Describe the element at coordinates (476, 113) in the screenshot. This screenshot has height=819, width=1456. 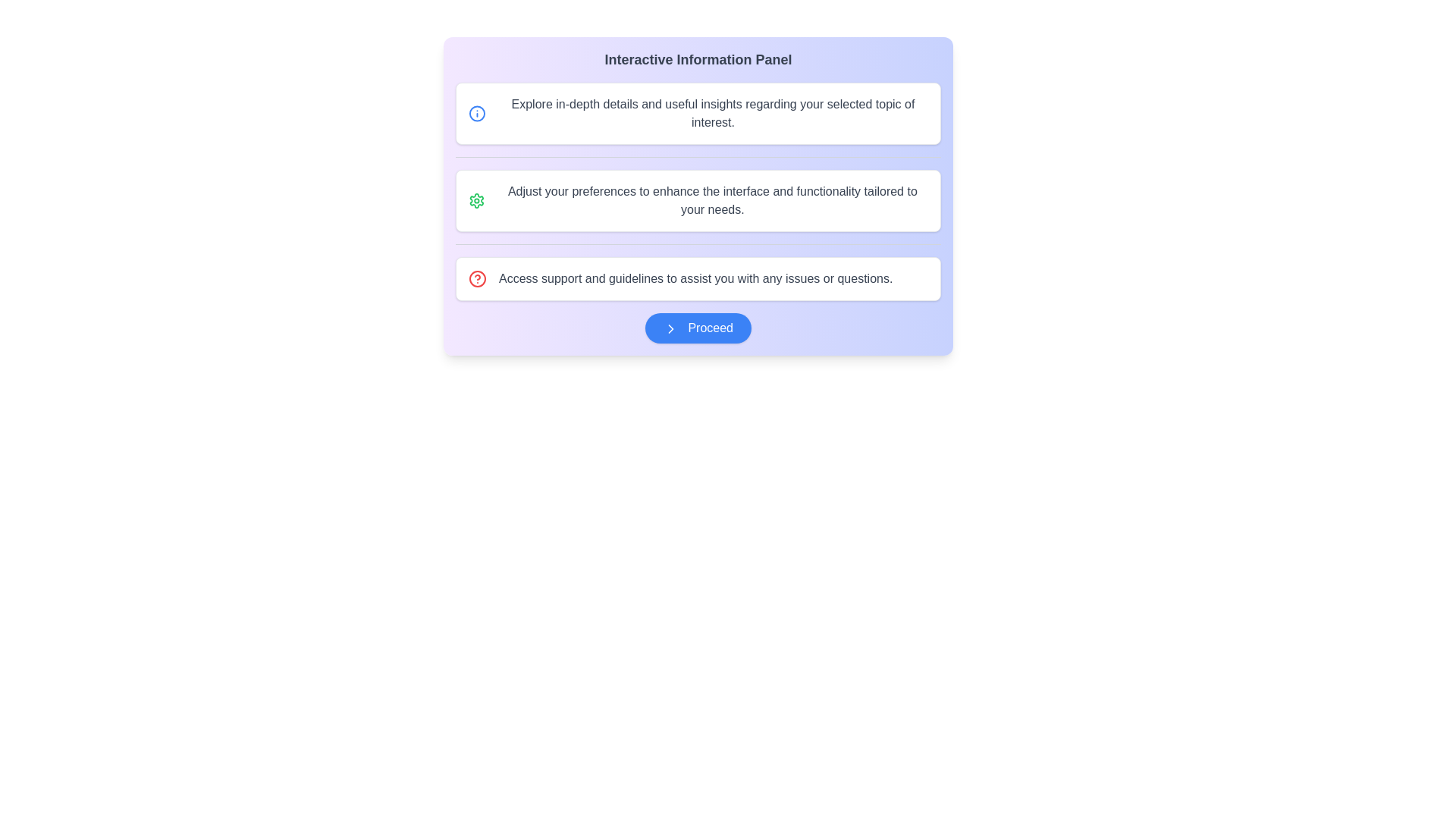
I see `the circular blue outlined icon located in the topmost card of a vertically-stacked group of options` at that location.